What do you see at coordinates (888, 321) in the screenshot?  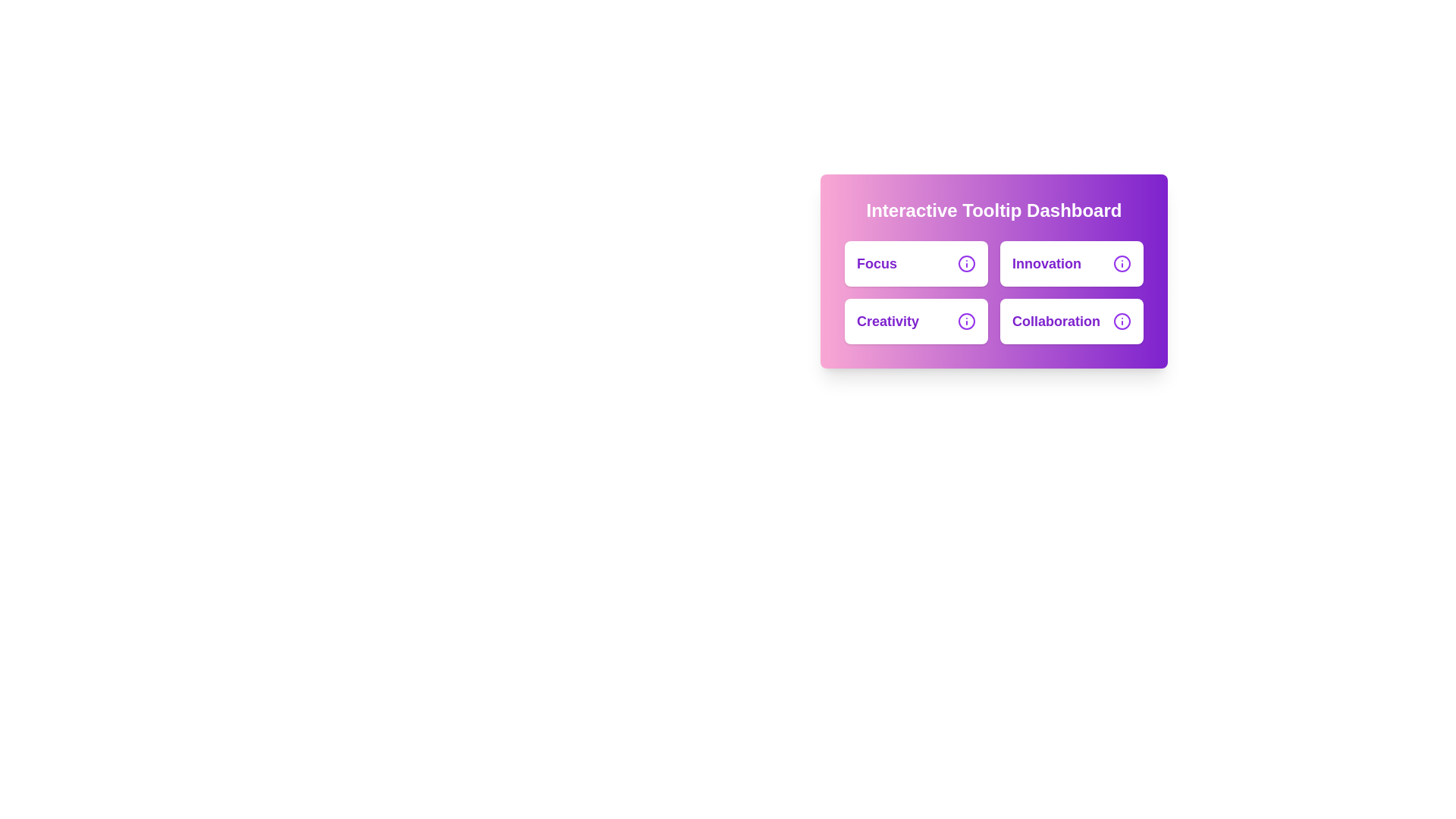 I see `the Text label that contains the word 'Creativity' in bold purple font, located in the bottom-left section of a card layout, below the text 'Focus' and to the left of a purple circular icon` at bounding box center [888, 321].